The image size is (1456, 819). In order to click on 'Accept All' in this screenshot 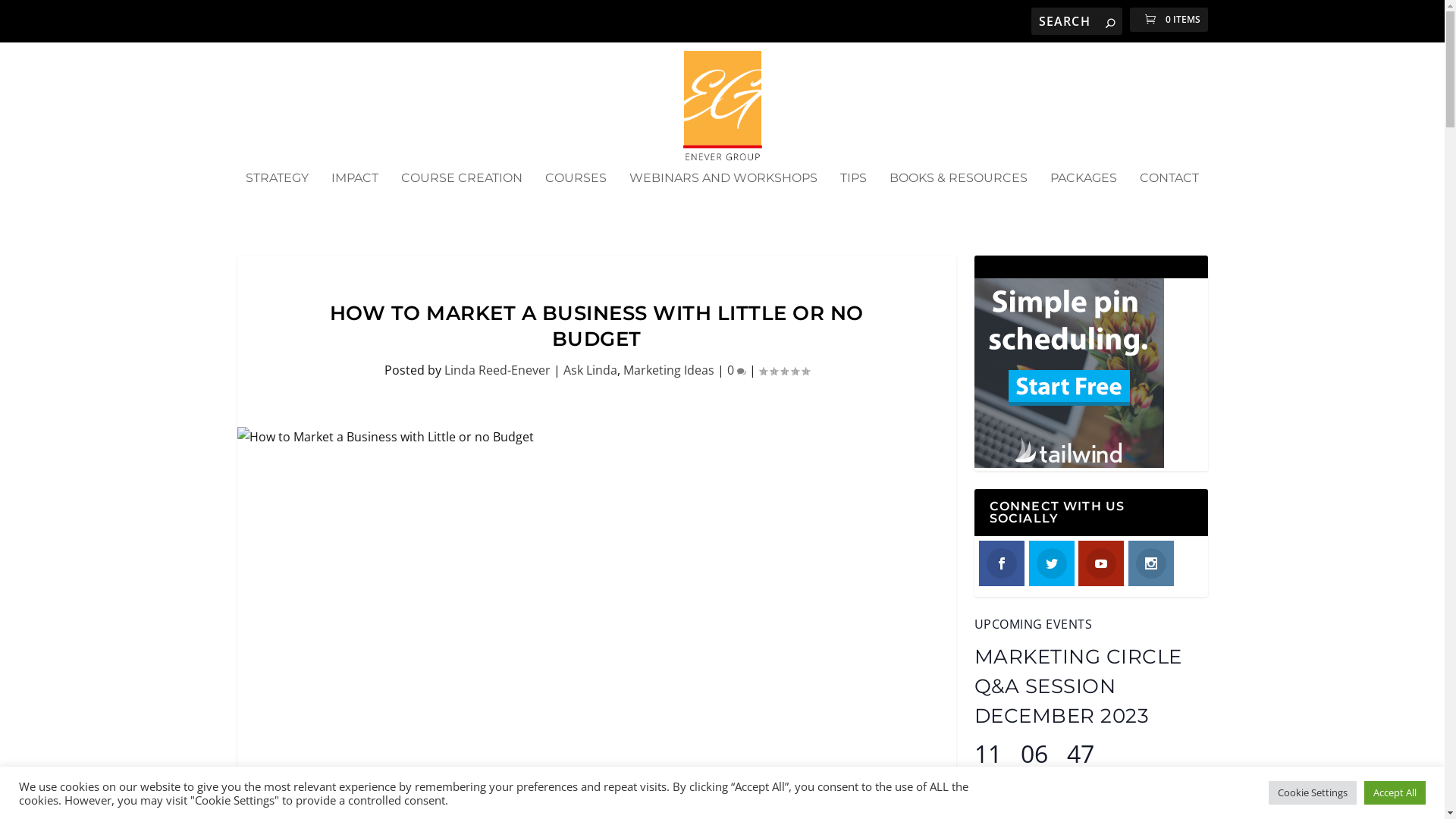, I will do `click(1395, 792)`.